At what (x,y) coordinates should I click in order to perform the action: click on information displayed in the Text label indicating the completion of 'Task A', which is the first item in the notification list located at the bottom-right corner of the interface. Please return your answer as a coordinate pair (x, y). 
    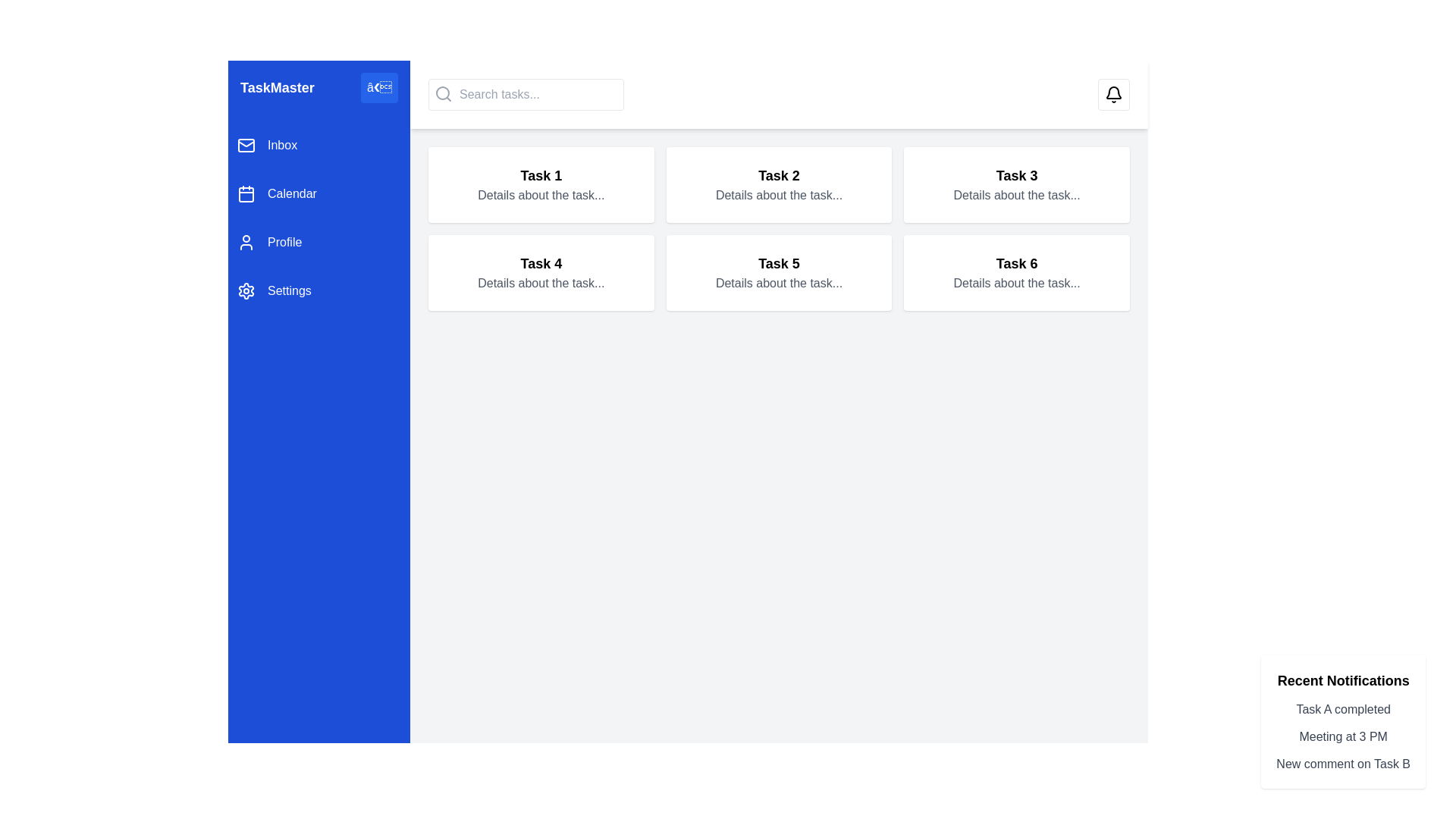
    Looking at the image, I should click on (1343, 710).